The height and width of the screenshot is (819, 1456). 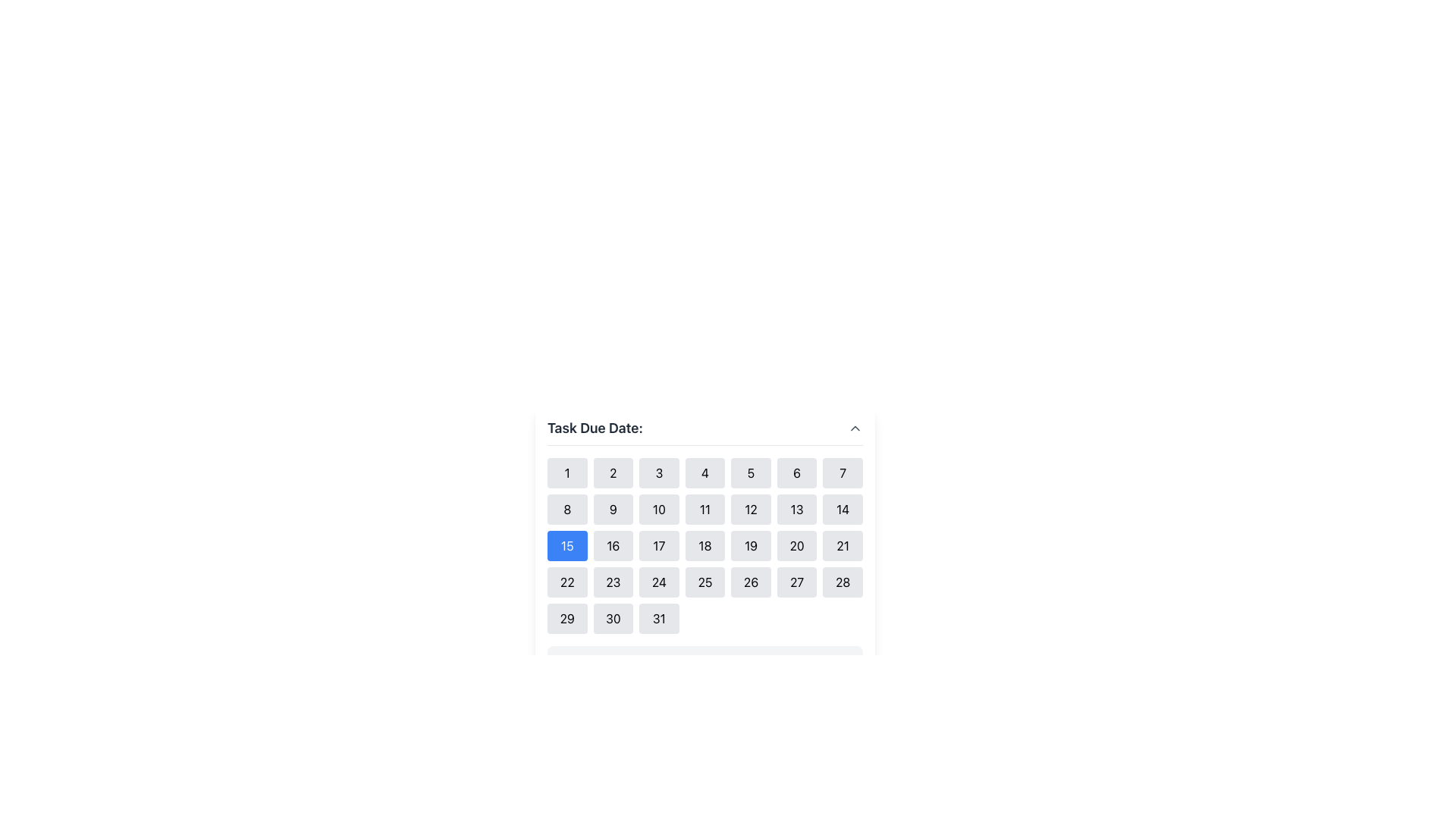 What do you see at coordinates (659, 472) in the screenshot?
I see `the button representing the selectable date in the calendar interface` at bounding box center [659, 472].